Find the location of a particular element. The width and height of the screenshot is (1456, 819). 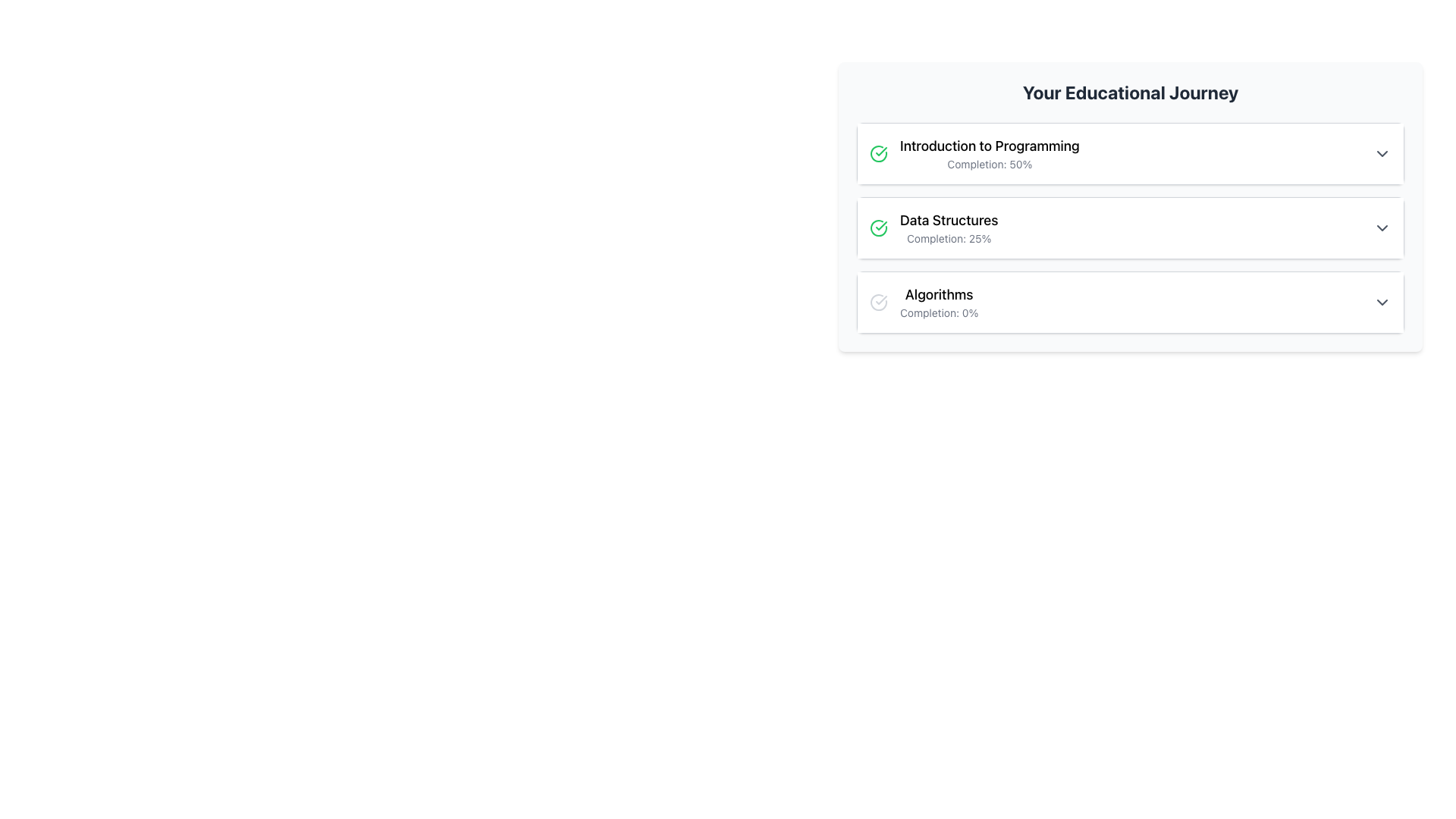

status indicator icon for the 'Algorithms' course in the 'Your Educational Journey' interface, which is located to the left of the course title and indicates that the course has not been completed yet is located at coordinates (878, 302).